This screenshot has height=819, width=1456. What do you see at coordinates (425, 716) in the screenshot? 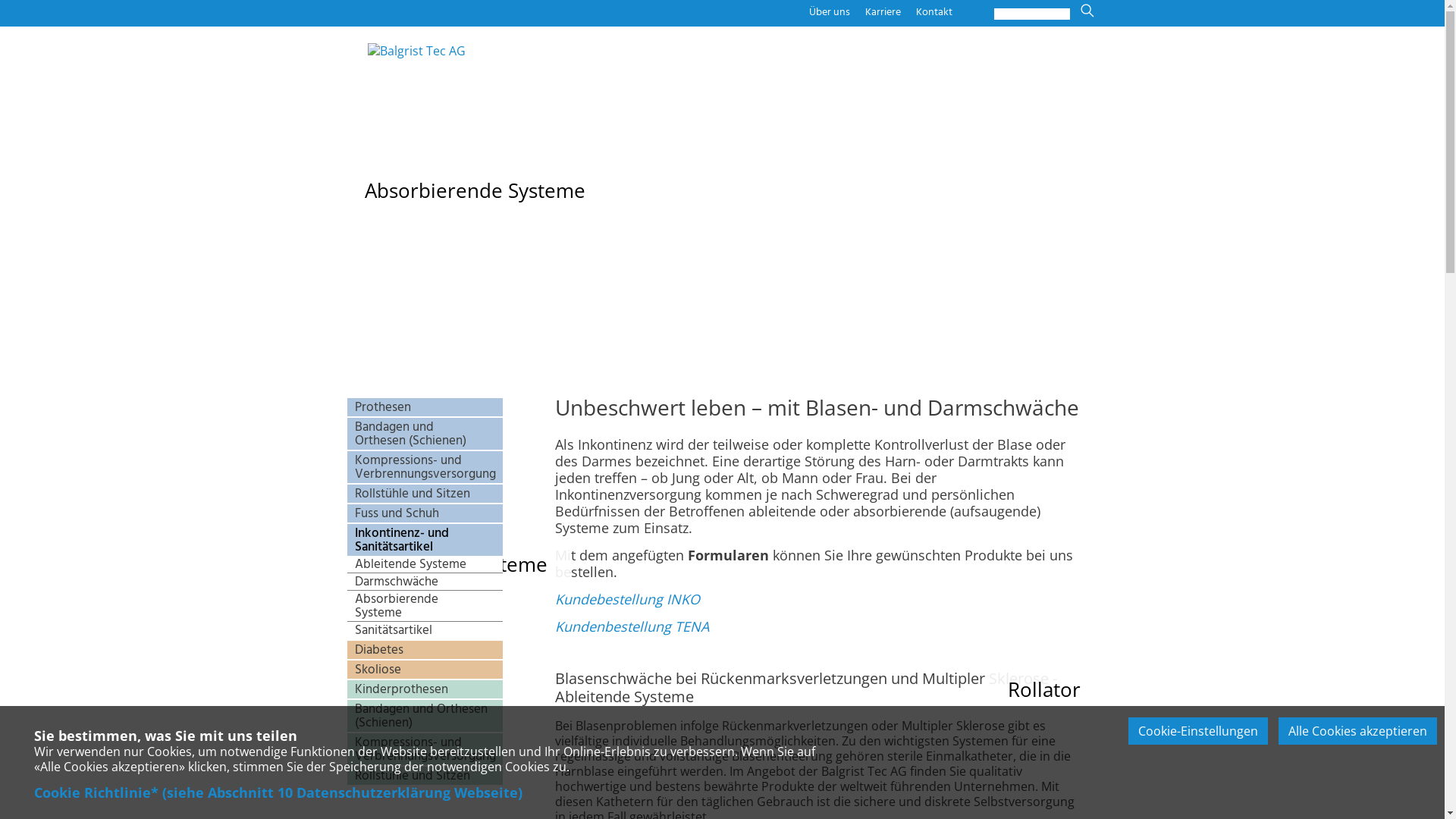
I see `'Bandagen und Orthesen (Schienen)'` at bounding box center [425, 716].